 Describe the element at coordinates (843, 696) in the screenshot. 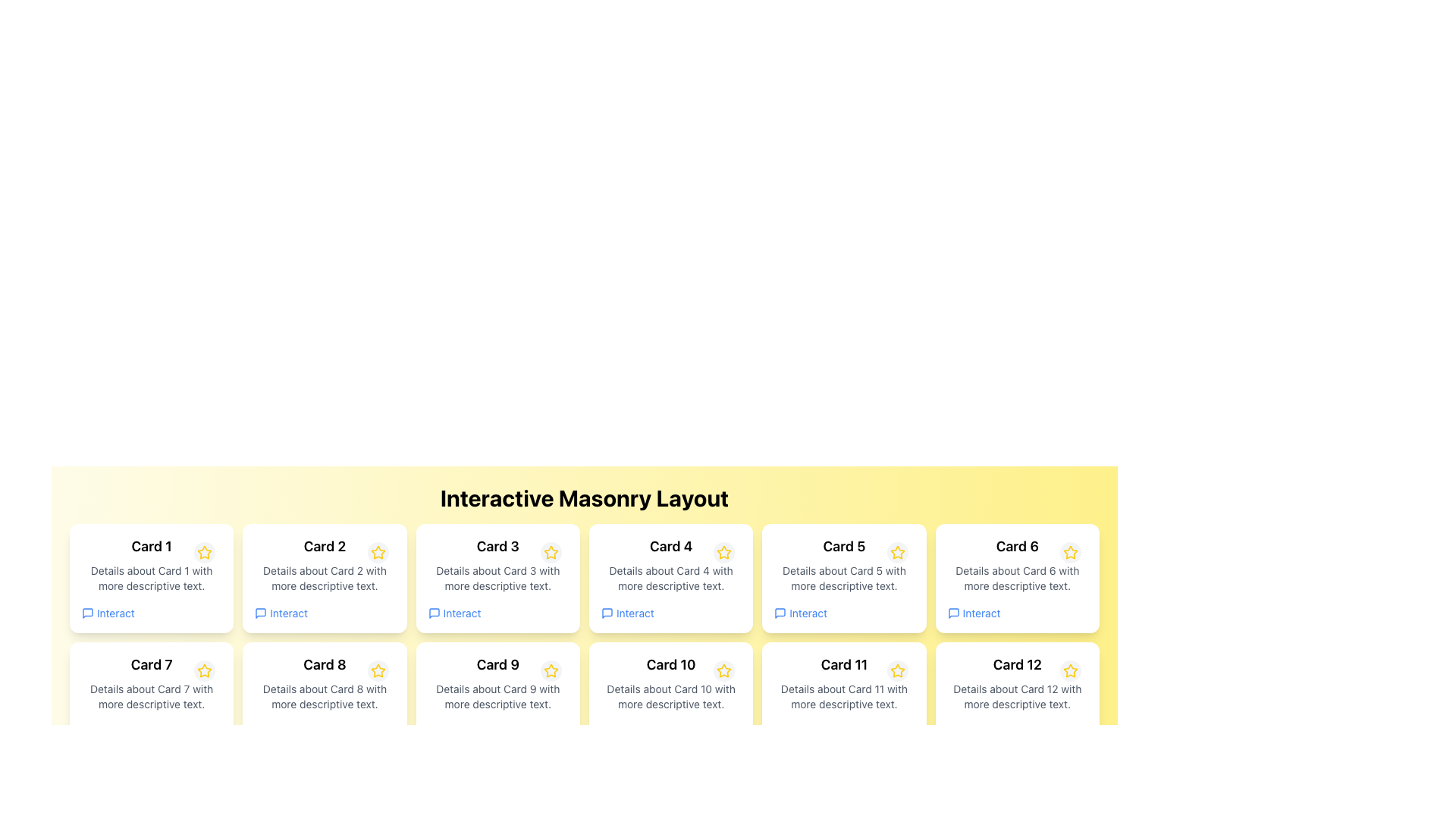

I see `descriptive content of 'Card 11', which is the eleventh card in a grid layout, positioned centrally with 'Card 10' to its left and 'Card 12' to its right` at that location.